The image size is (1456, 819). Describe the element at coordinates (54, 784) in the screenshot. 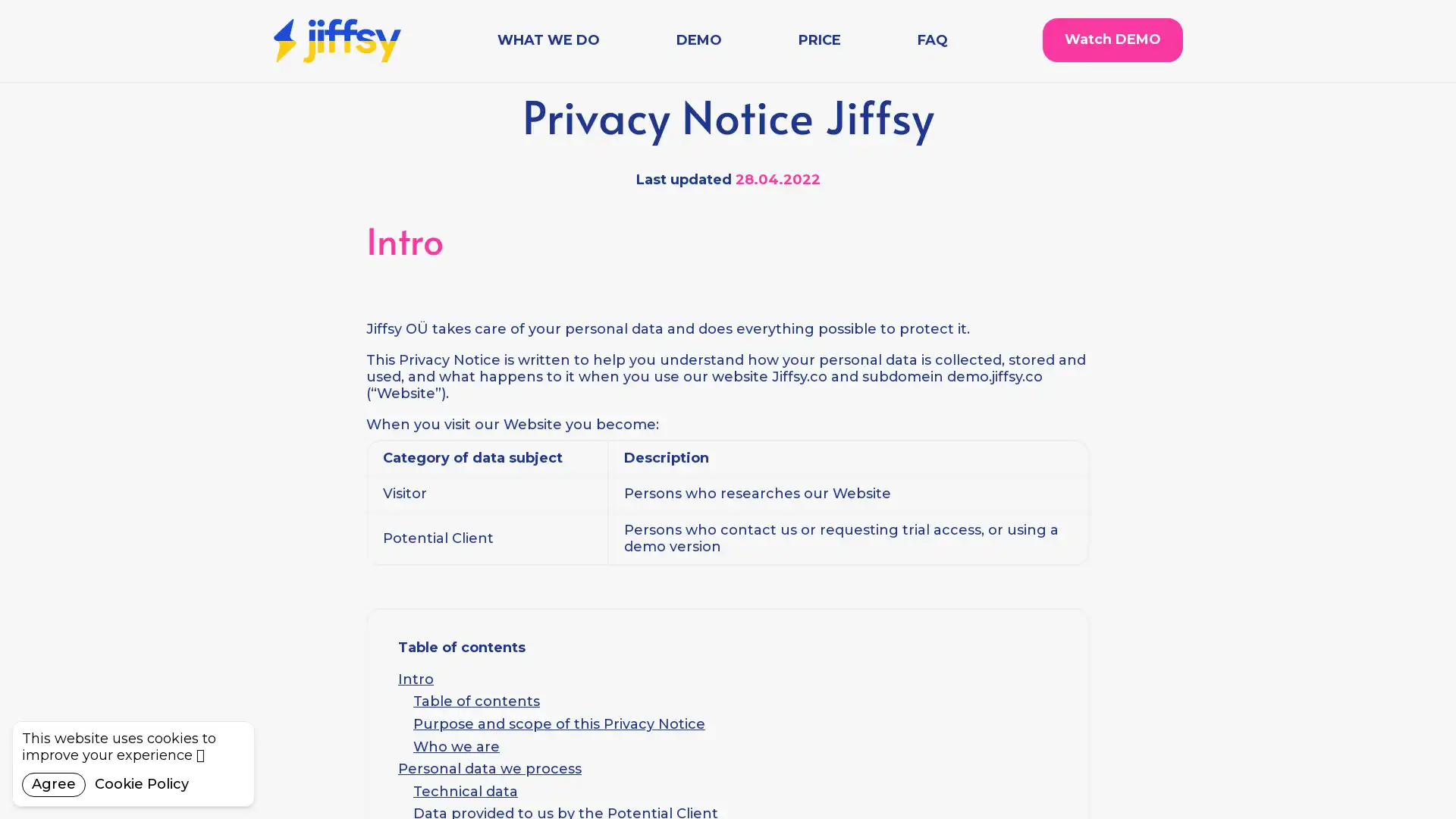

I see `Agree` at that location.